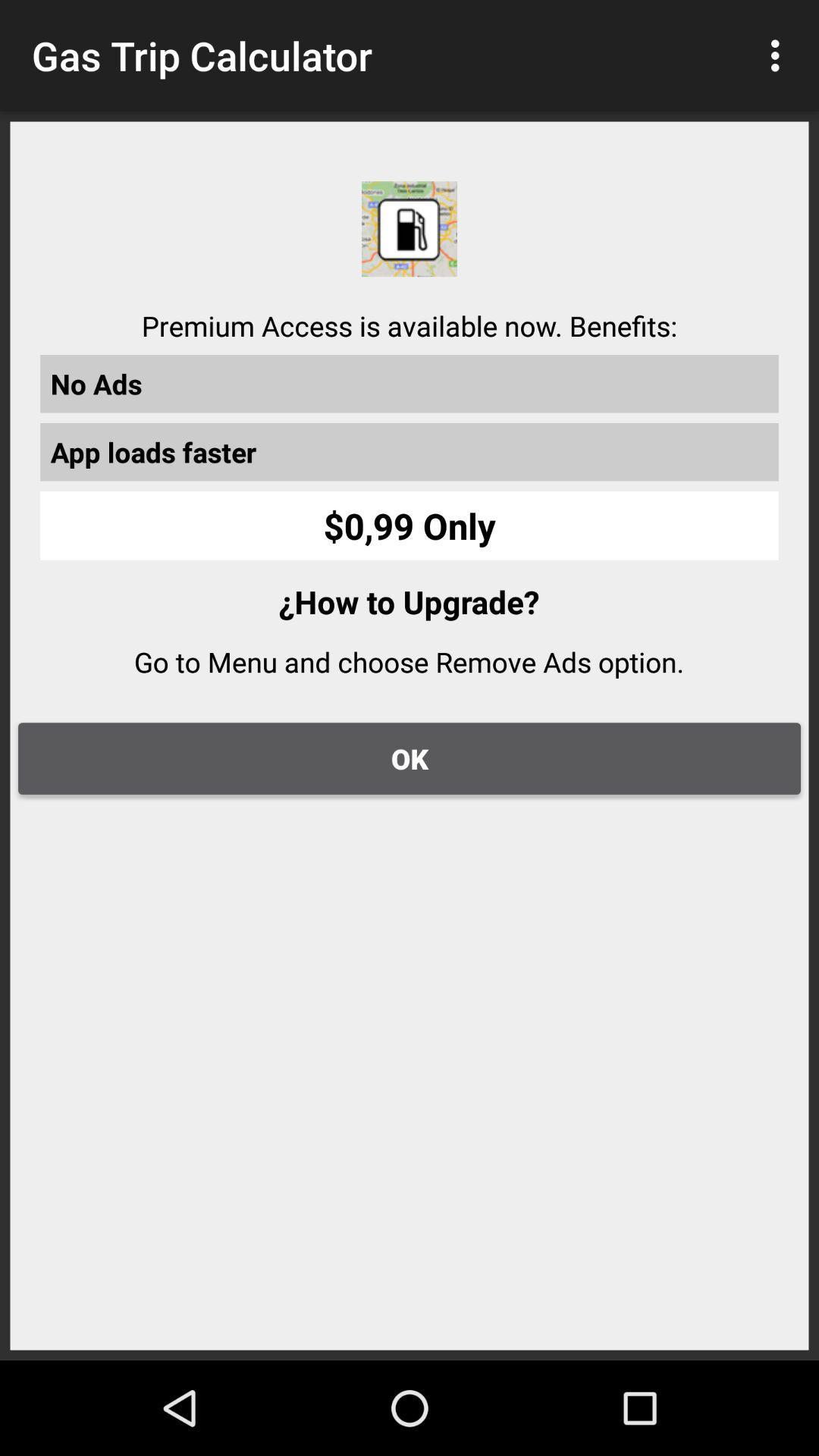  What do you see at coordinates (779, 55) in the screenshot?
I see `the app above the no ads item` at bounding box center [779, 55].